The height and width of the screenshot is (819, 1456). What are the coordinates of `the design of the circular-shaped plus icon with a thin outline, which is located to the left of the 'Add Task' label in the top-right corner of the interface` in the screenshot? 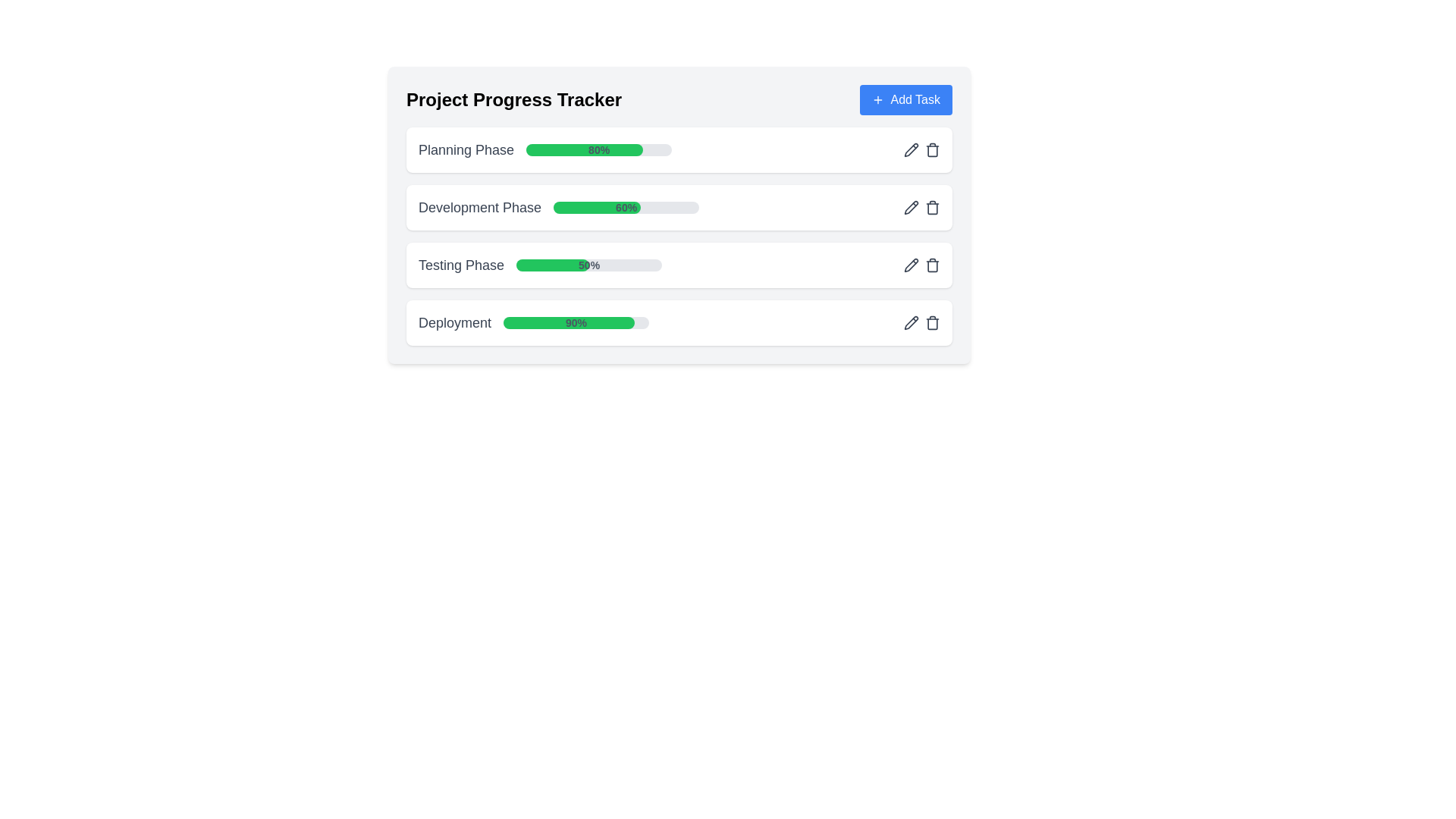 It's located at (878, 99).